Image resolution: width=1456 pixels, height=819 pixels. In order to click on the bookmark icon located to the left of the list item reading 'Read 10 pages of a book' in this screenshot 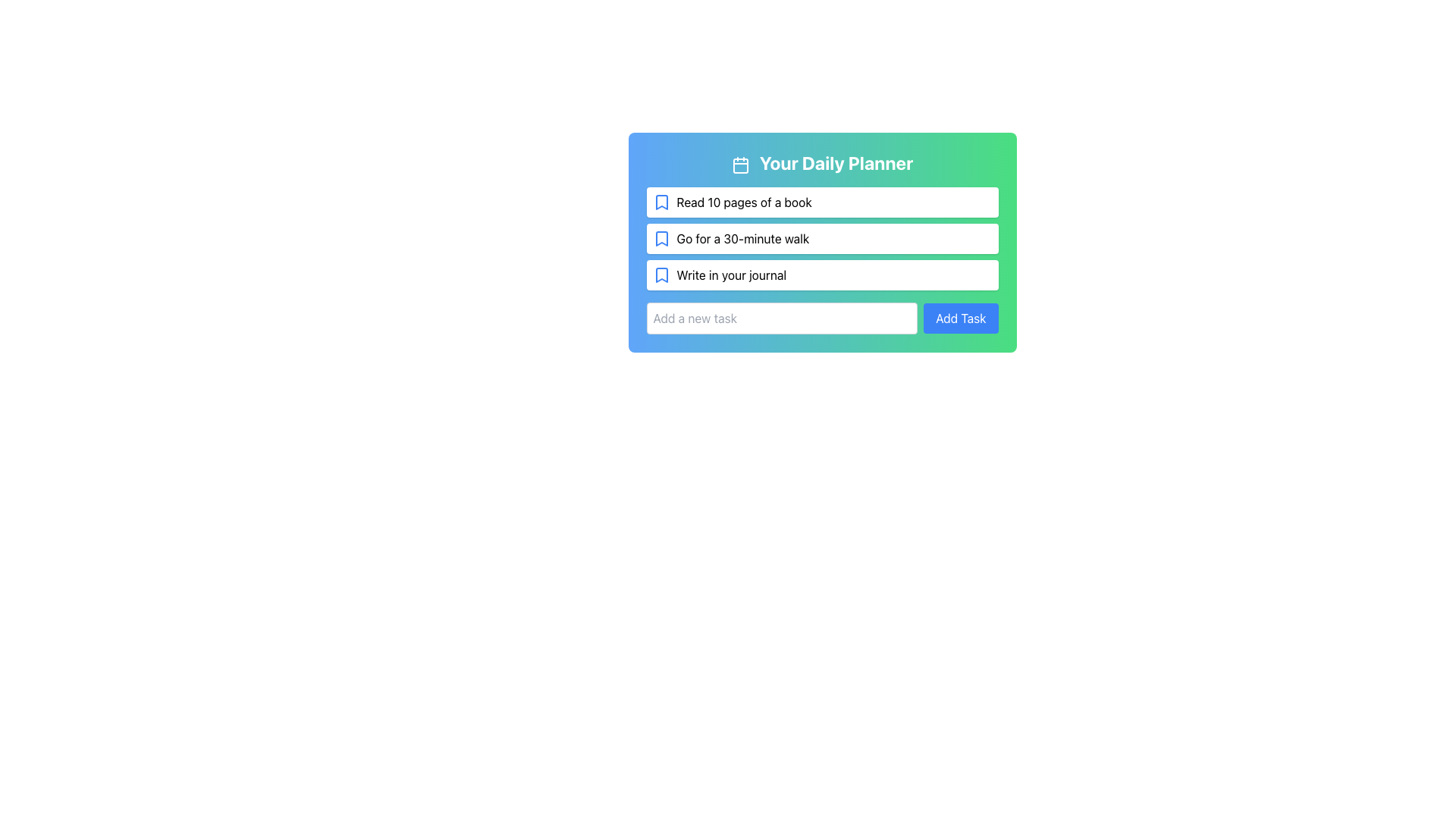, I will do `click(661, 201)`.